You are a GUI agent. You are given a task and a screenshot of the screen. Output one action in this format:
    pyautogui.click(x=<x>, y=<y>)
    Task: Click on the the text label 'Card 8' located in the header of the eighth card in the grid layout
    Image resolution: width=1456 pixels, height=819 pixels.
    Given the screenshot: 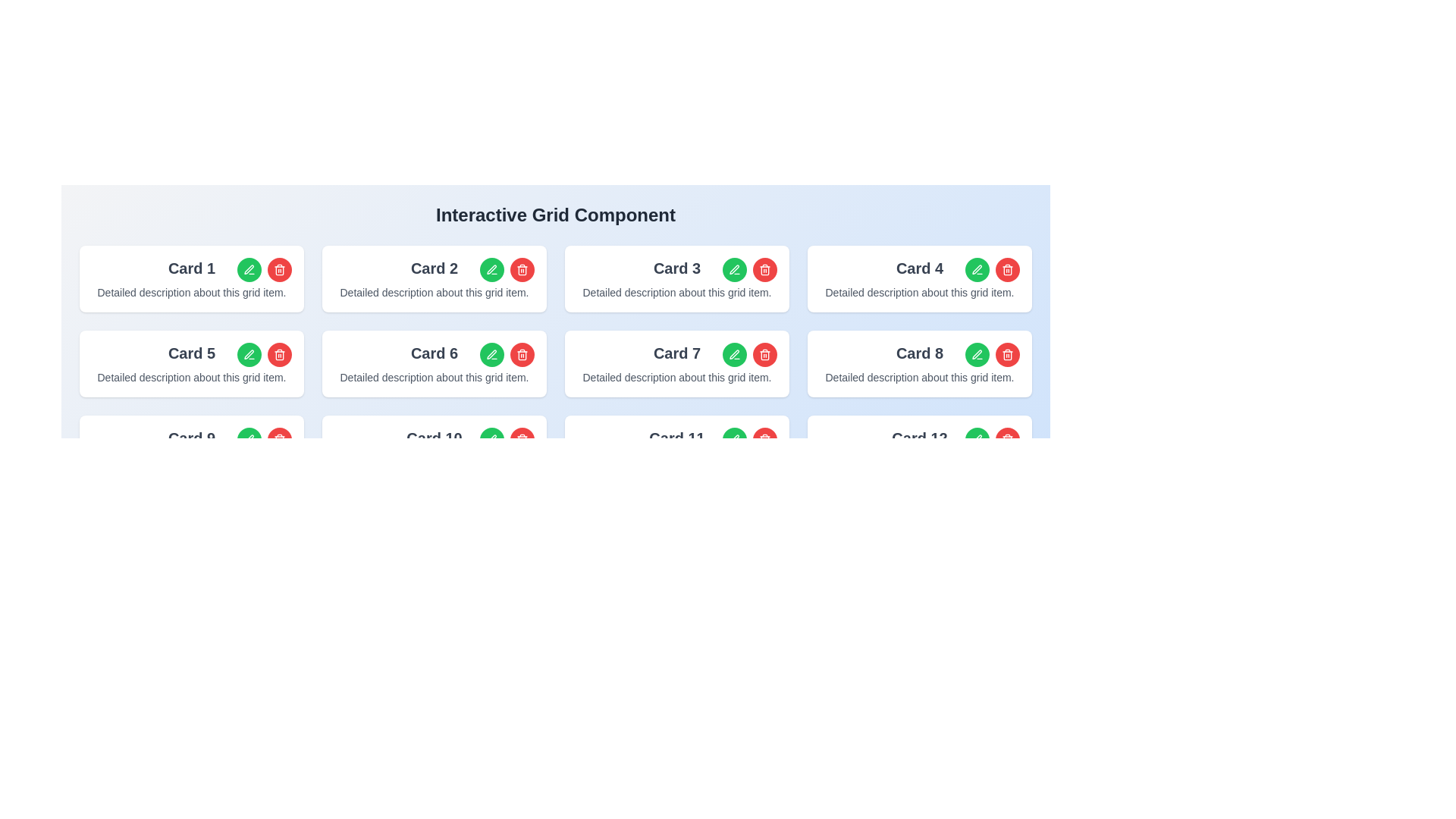 What is the action you would take?
    pyautogui.click(x=919, y=353)
    